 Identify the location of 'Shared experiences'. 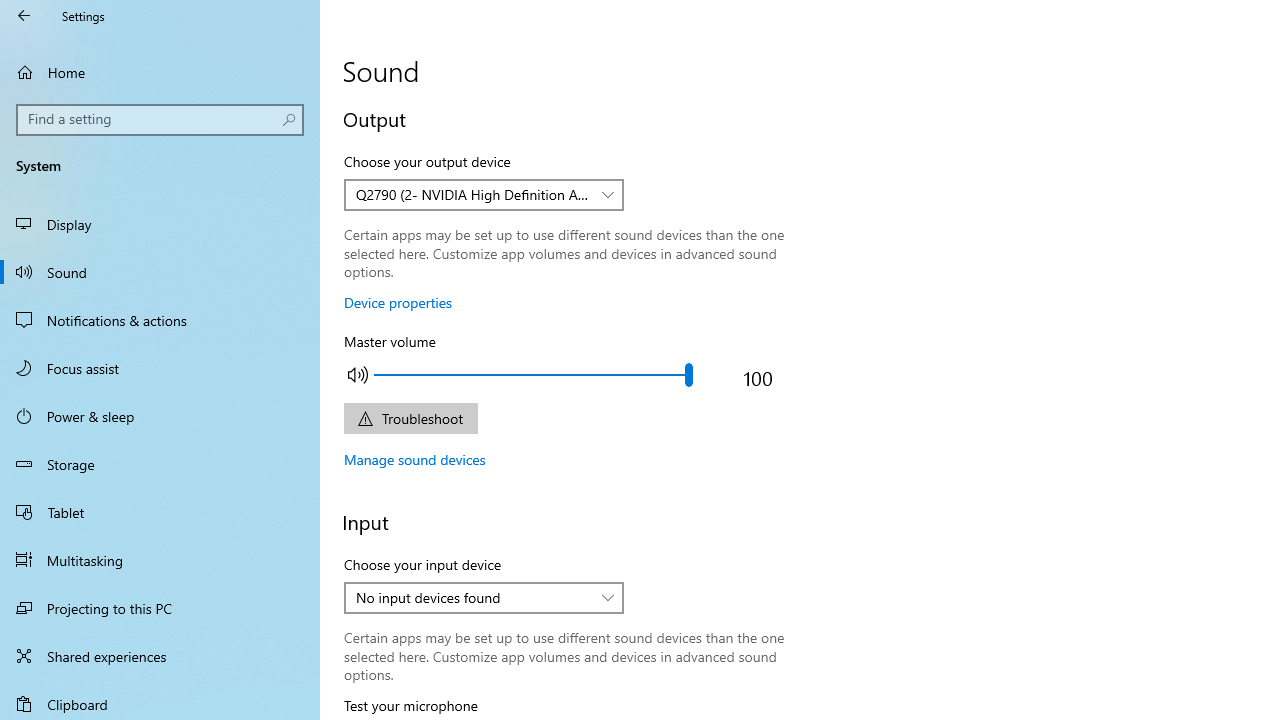
(160, 655).